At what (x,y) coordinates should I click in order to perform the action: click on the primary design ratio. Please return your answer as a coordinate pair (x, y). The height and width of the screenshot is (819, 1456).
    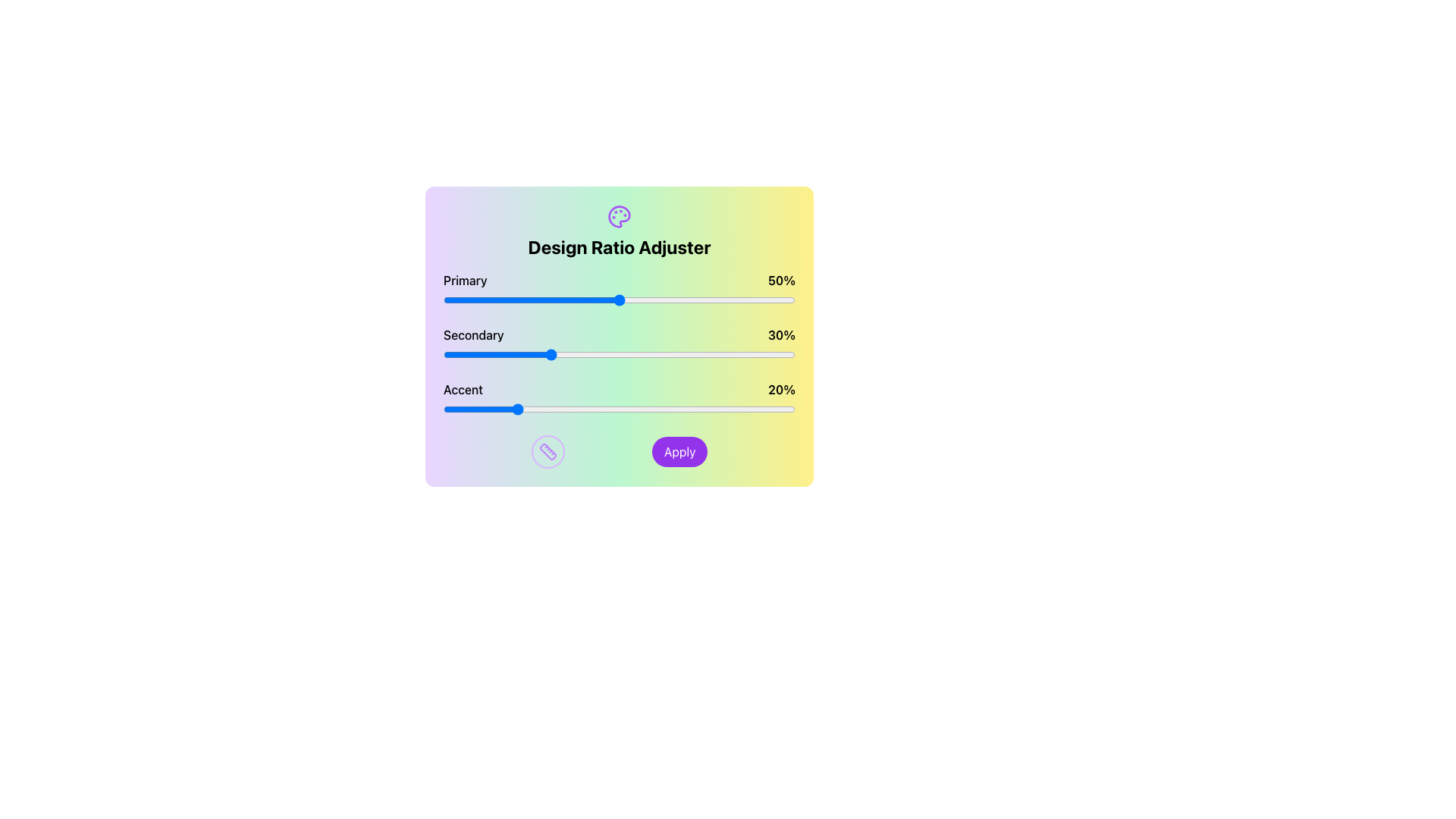
    Looking at the image, I should click on (590, 300).